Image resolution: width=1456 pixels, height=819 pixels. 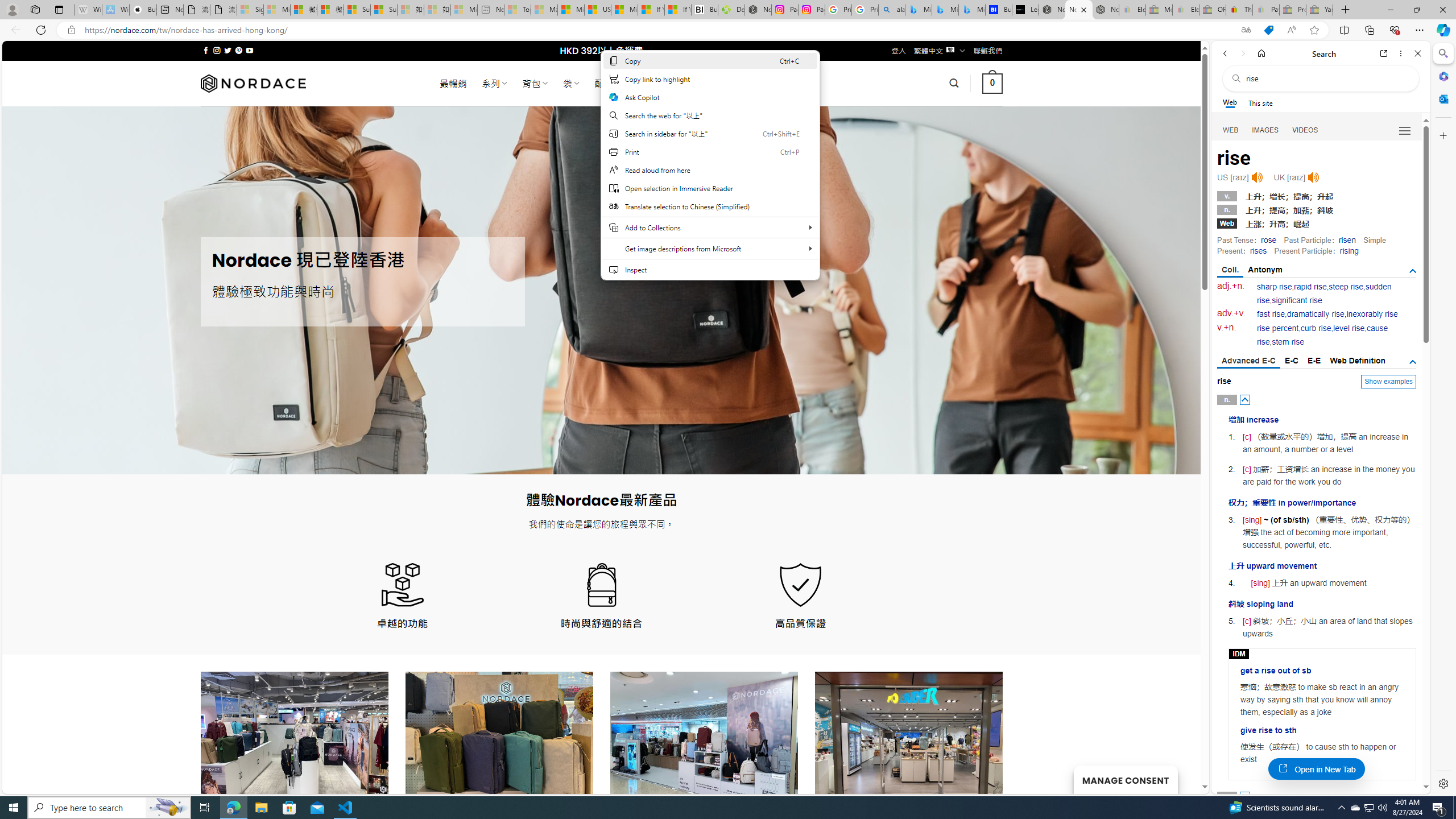 What do you see at coordinates (143, 9) in the screenshot?
I see `'Buy iPad - Apple'` at bounding box center [143, 9].